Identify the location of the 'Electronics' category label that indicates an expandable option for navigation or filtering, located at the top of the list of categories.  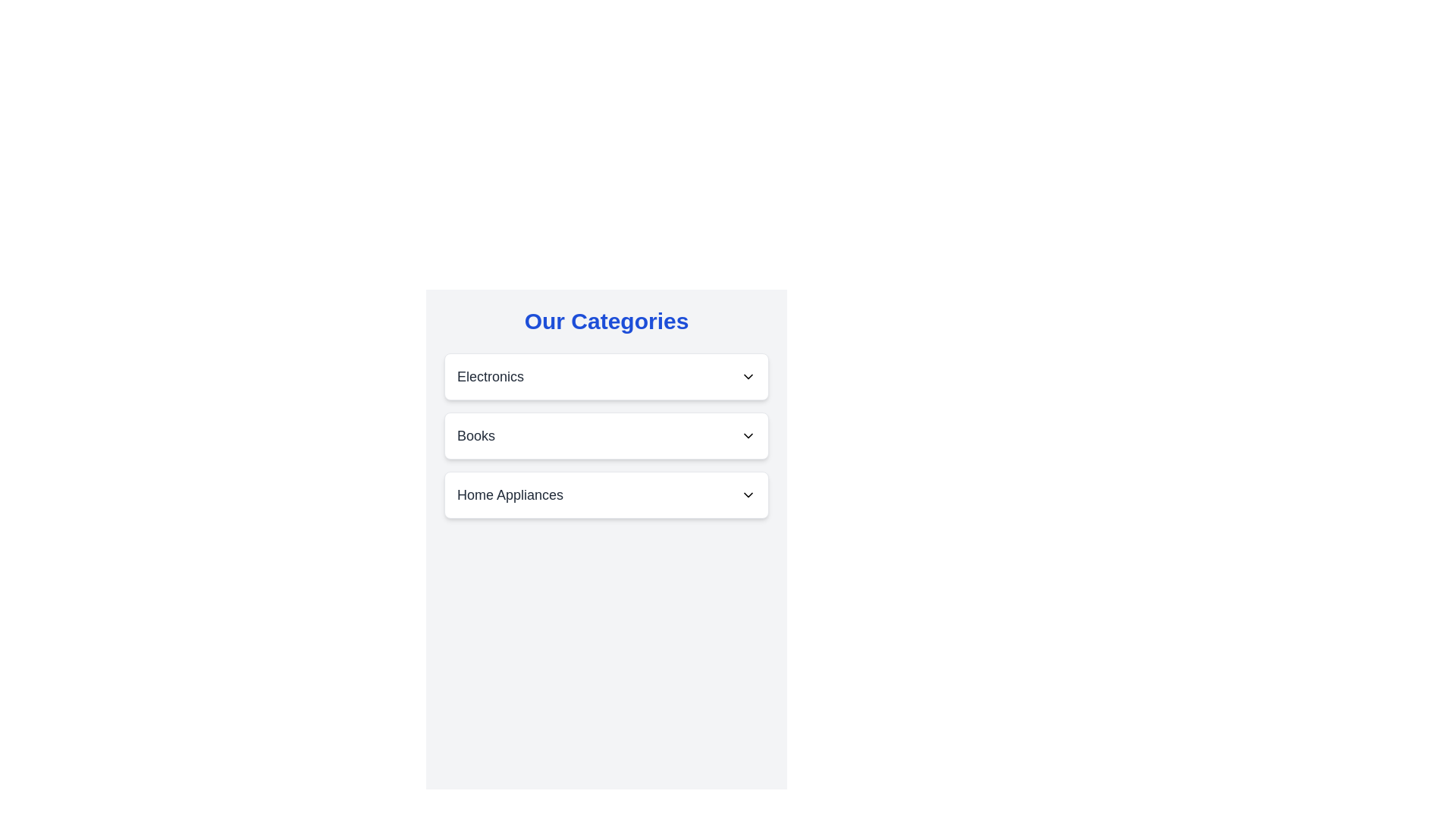
(491, 376).